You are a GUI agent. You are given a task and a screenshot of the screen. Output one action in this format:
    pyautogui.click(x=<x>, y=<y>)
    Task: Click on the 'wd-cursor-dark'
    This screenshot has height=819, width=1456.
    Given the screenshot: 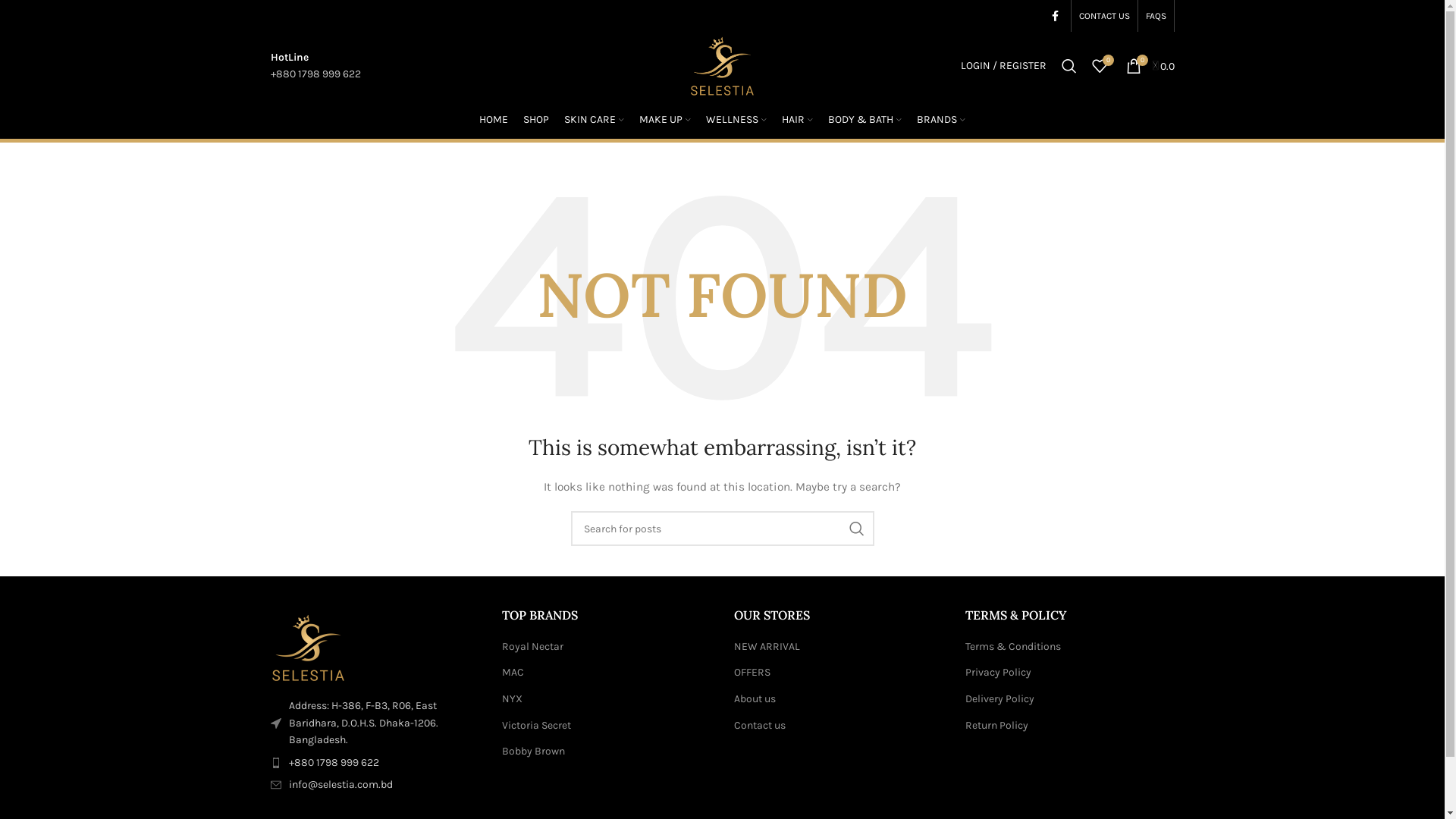 What is the action you would take?
    pyautogui.click(x=269, y=722)
    